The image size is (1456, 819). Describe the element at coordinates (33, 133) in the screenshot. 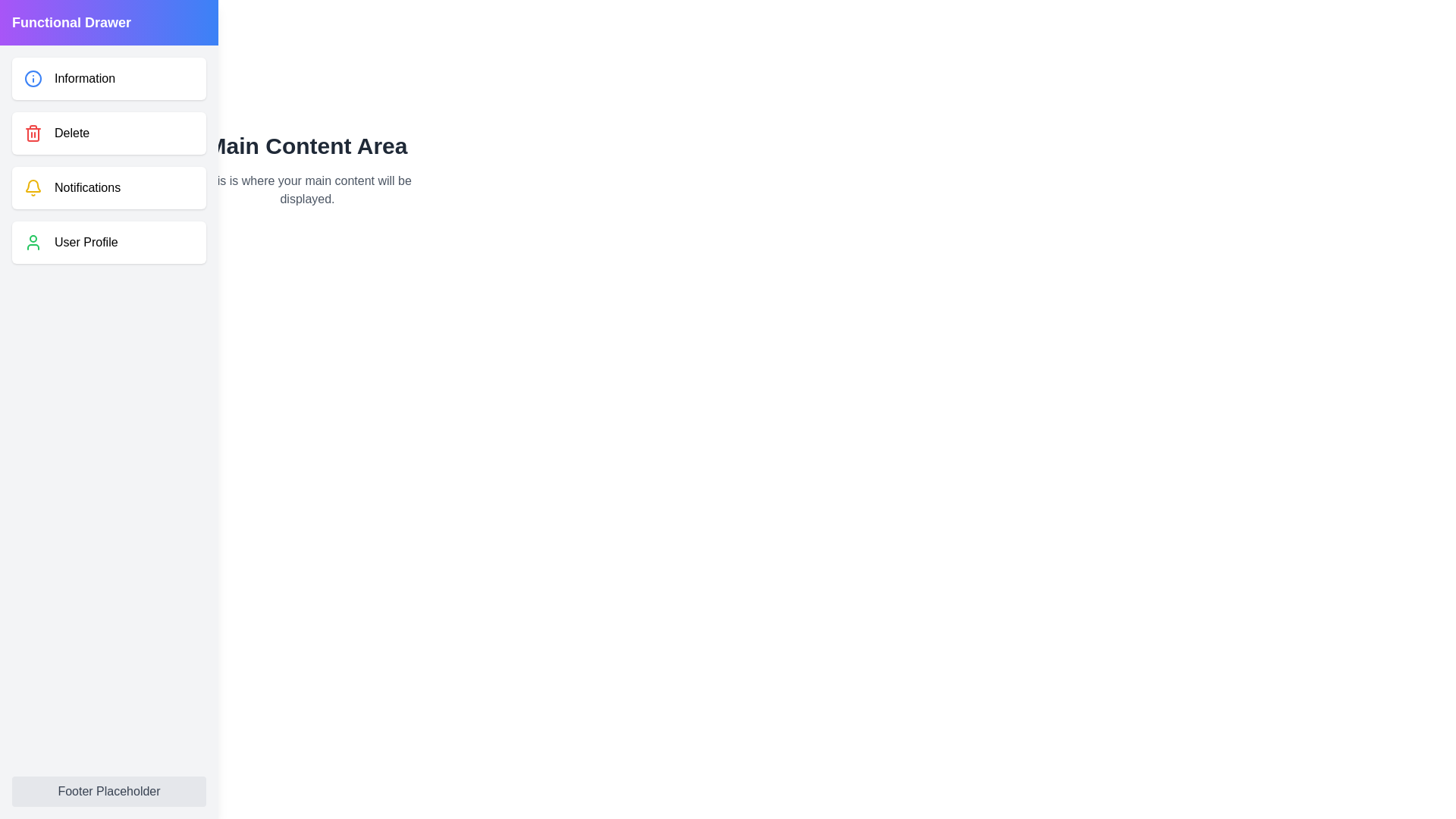

I see `the red trash bin SVG icon located inside the 'Delete' button in the sidebar menu, which is positioned to the left of the 'Delete' text label` at that location.